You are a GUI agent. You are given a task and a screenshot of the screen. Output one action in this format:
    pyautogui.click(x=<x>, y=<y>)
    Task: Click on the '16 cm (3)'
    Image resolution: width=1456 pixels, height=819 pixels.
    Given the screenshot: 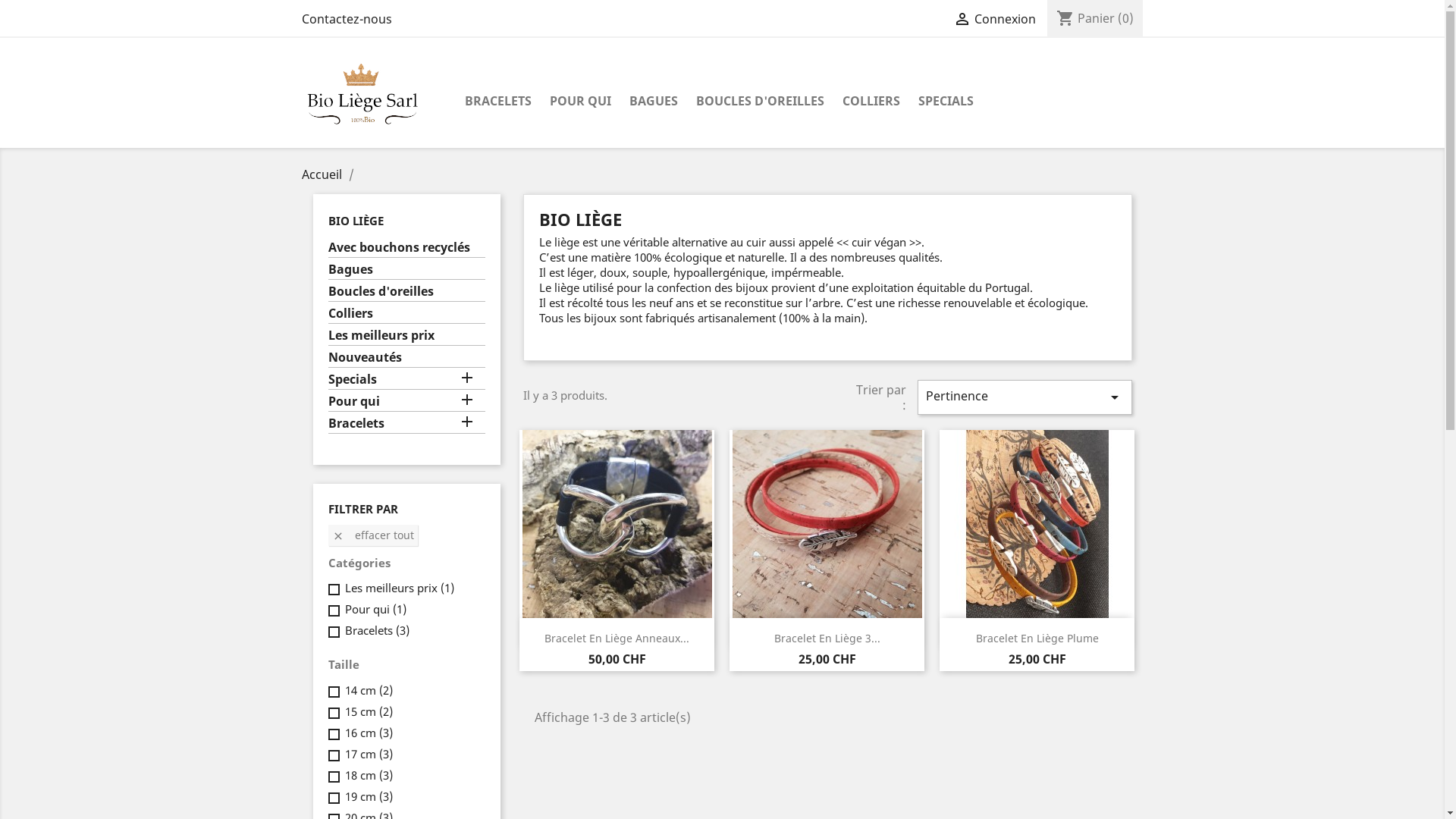 What is the action you would take?
    pyautogui.click(x=344, y=731)
    